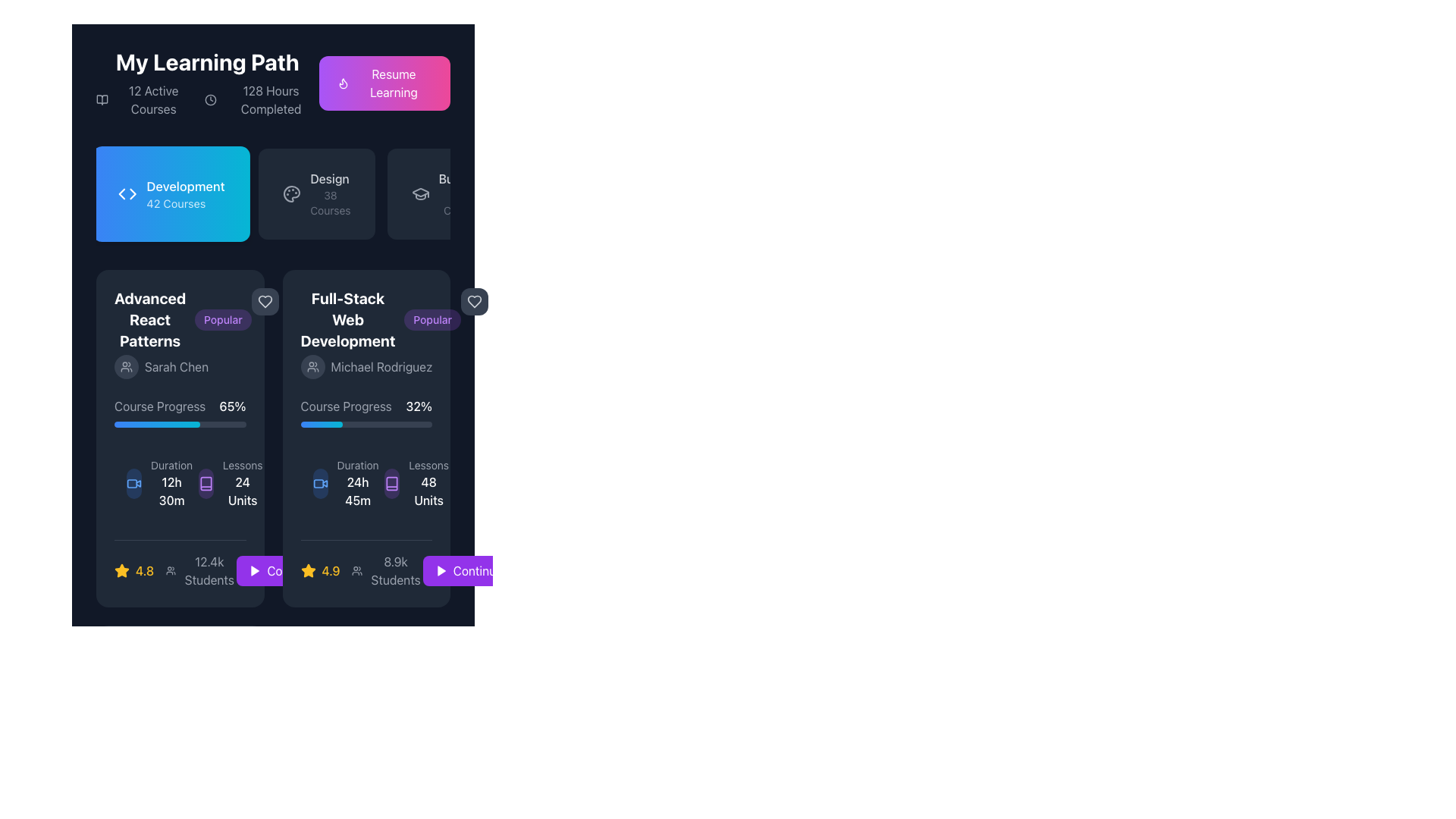 This screenshot has height=819, width=1456. Describe the element at coordinates (171, 464) in the screenshot. I see `the text label displaying 'Duration' in light gray color, which is positioned above the '12h 30m' label within the 'Advanced React Patterns' card layout` at that location.